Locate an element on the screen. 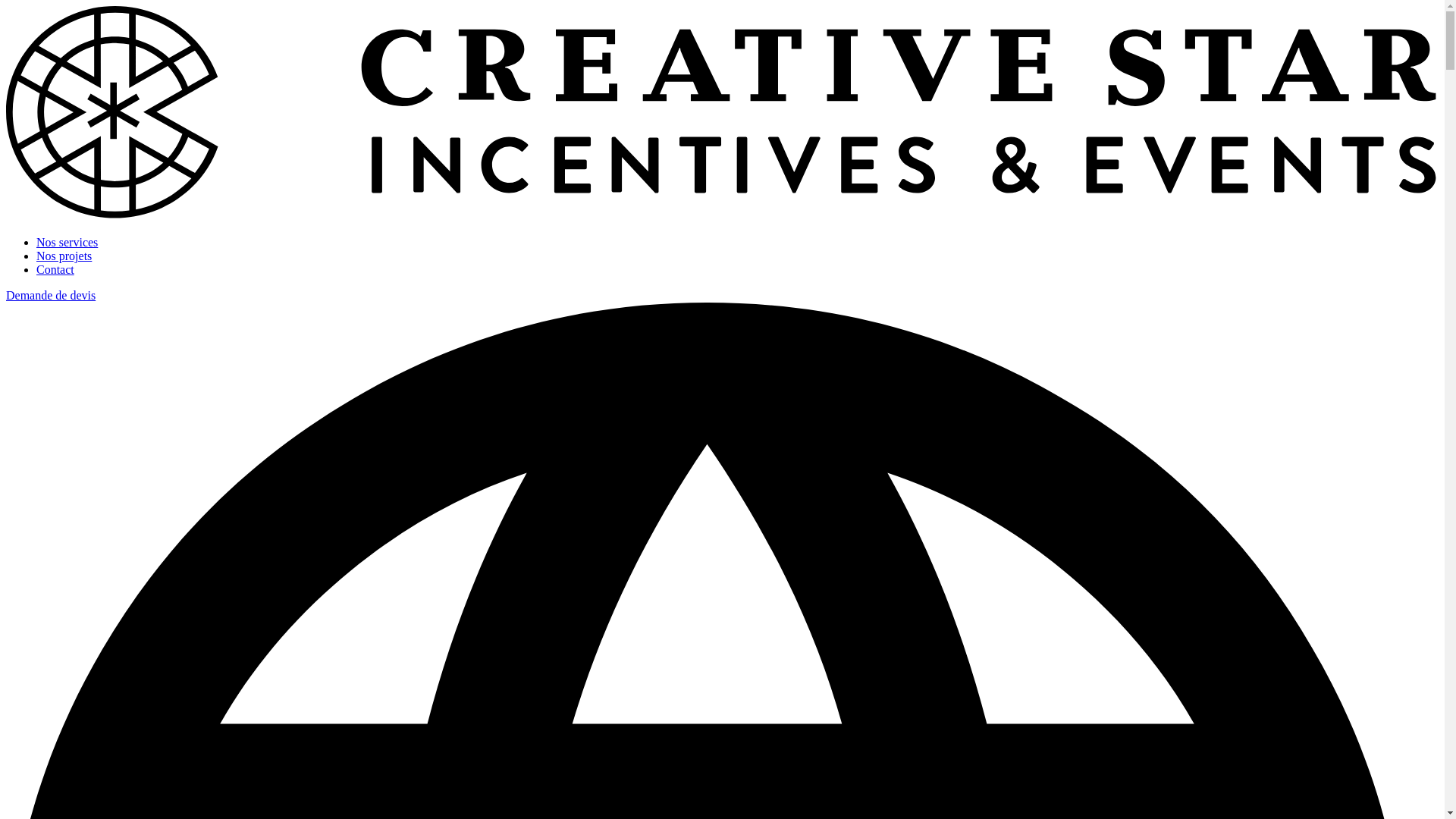 Image resolution: width=1456 pixels, height=819 pixels. 'Contact' is located at coordinates (55, 268).